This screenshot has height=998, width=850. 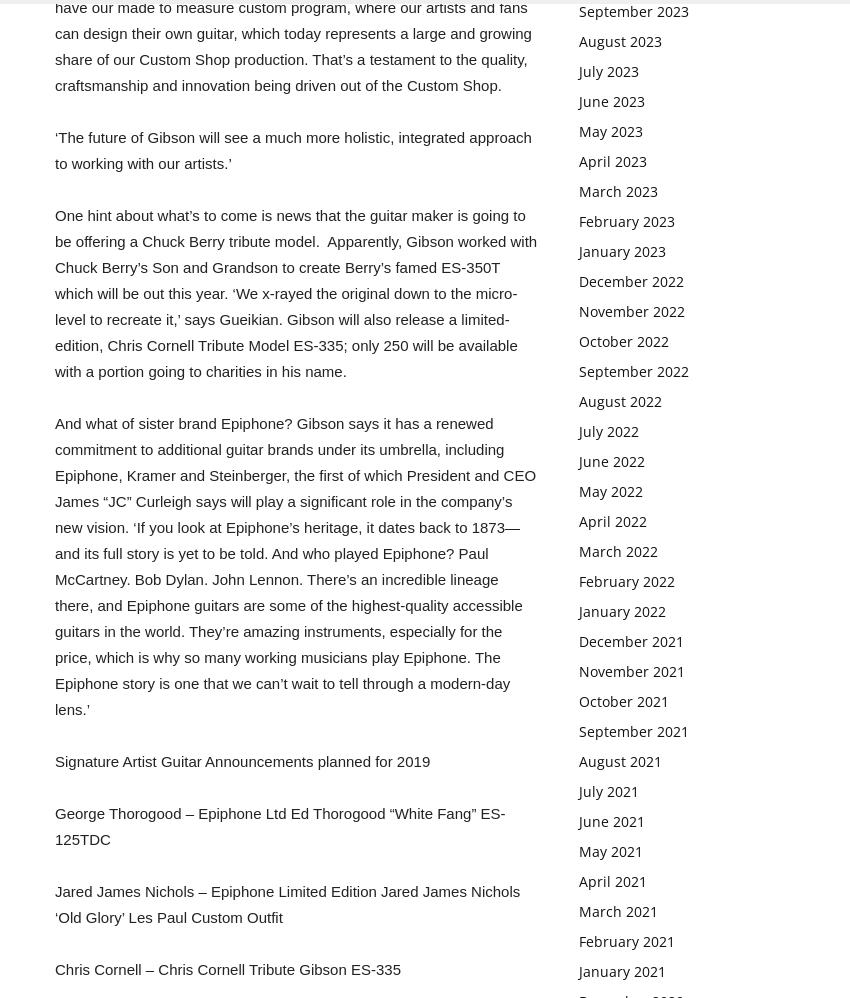 I want to click on 'September 2022', so click(x=633, y=370).